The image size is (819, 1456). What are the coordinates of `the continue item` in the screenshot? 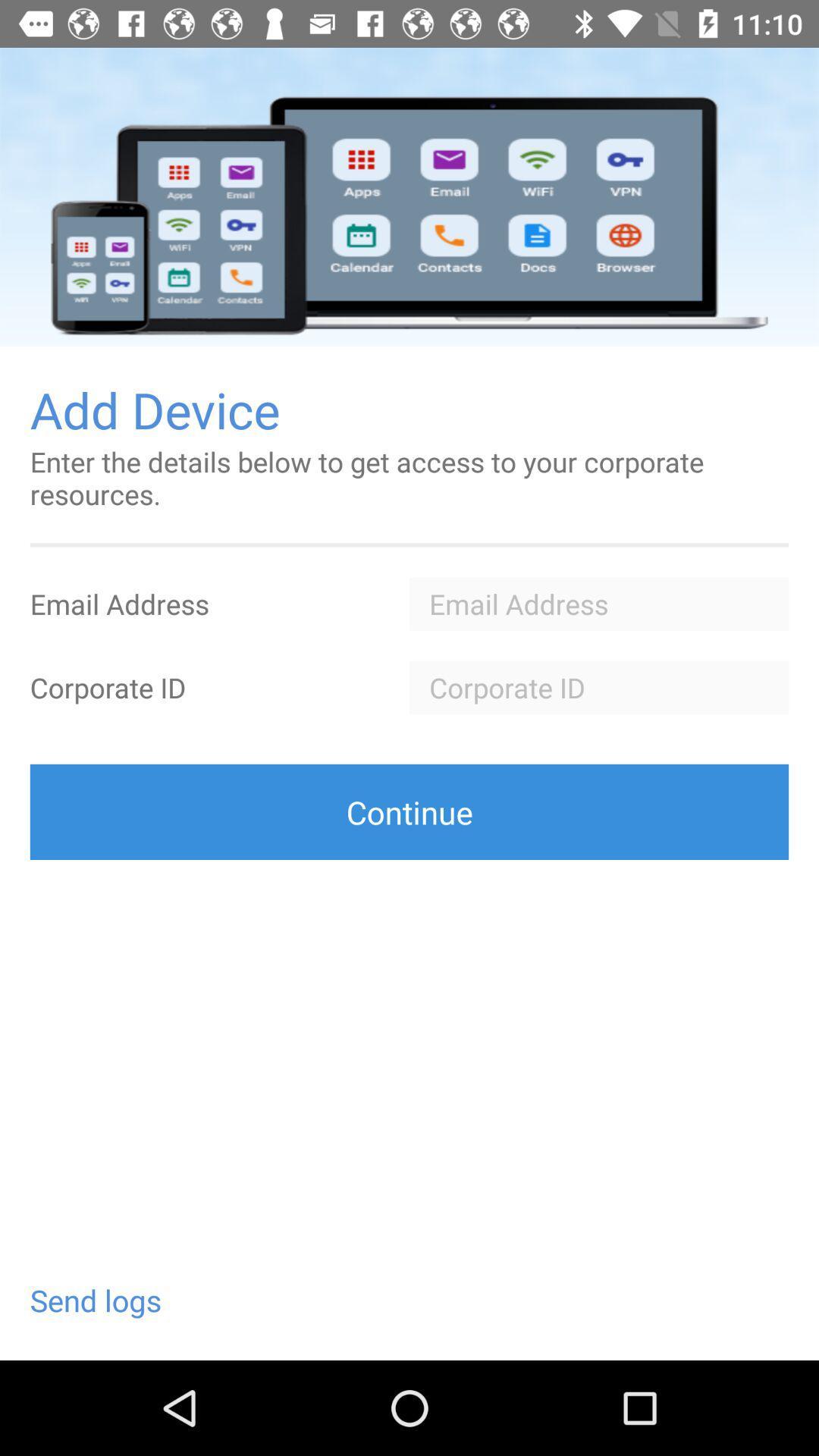 It's located at (409, 811).